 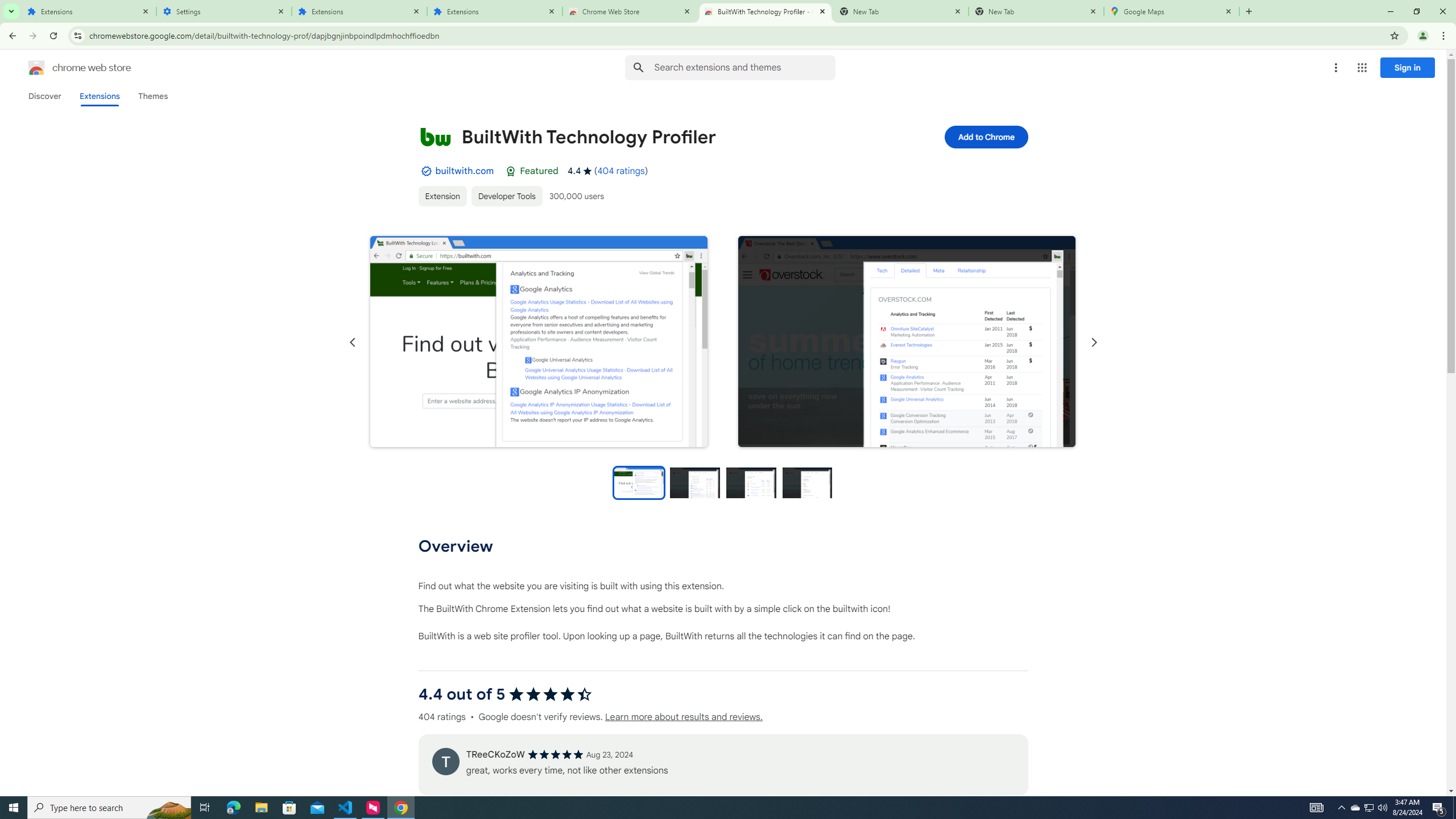 What do you see at coordinates (695, 482) in the screenshot?
I see `'Preview slide 2'` at bounding box center [695, 482].